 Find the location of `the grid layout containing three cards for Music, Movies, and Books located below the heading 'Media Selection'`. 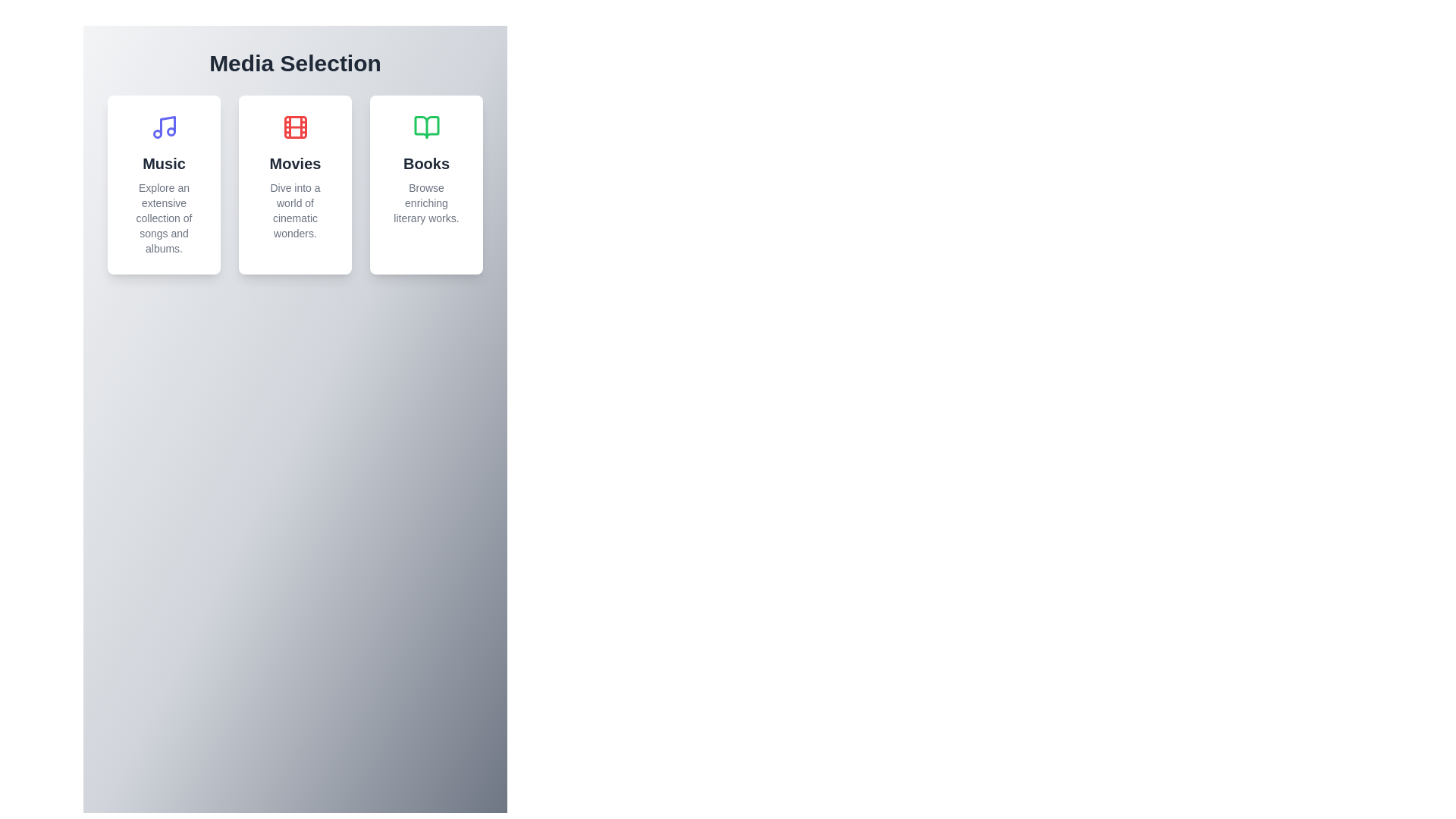

the grid layout containing three cards for Music, Movies, and Books located below the heading 'Media Selection' is located at coordinates (295, 184).